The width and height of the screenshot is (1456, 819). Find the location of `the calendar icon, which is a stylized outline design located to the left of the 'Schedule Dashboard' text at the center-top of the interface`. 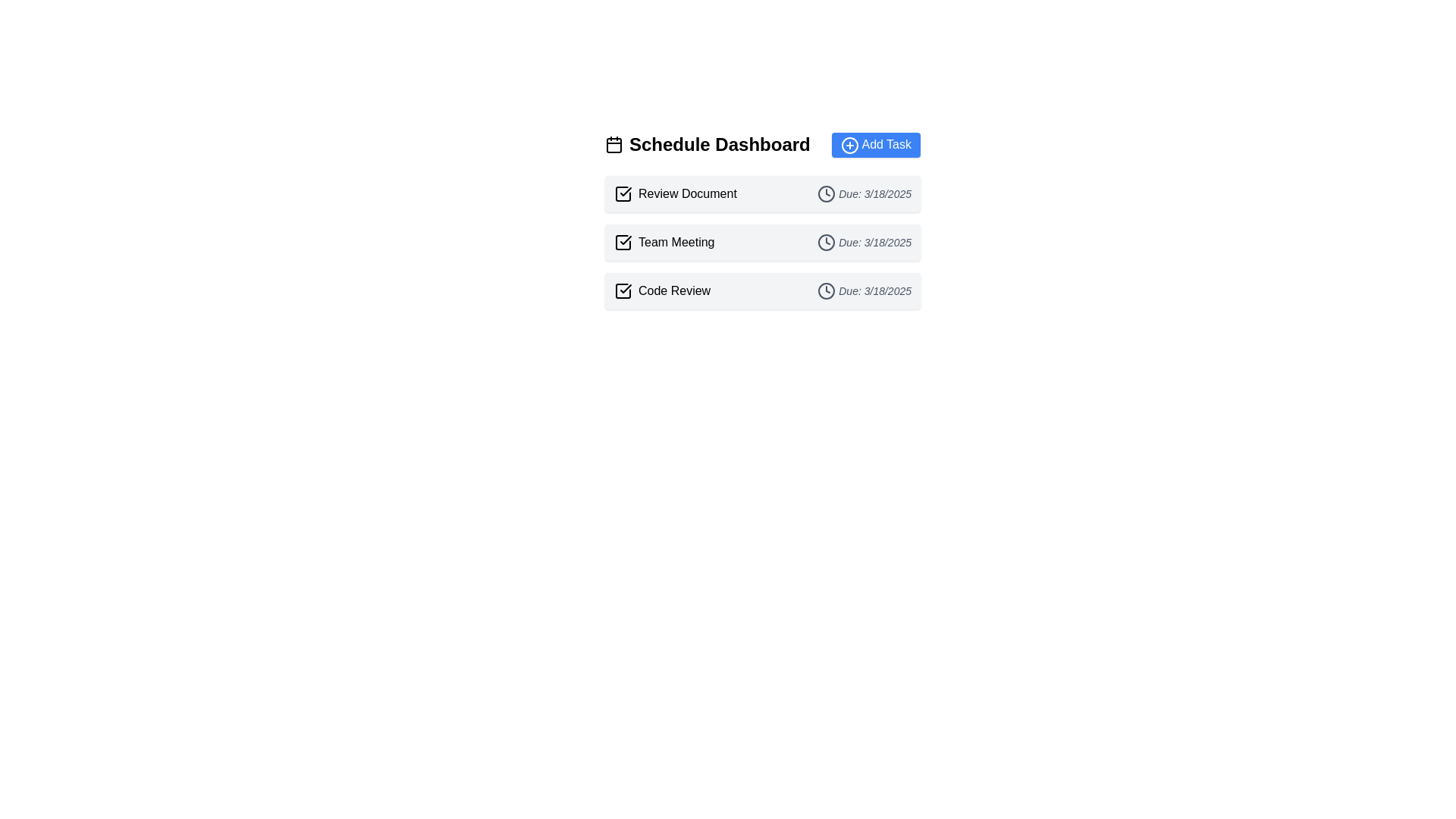

the calendar icon, which is a stylized outline design located to the left of the 'Schedule Dashboard' text at the center-top of the interface is located at coordinates (614, 145).